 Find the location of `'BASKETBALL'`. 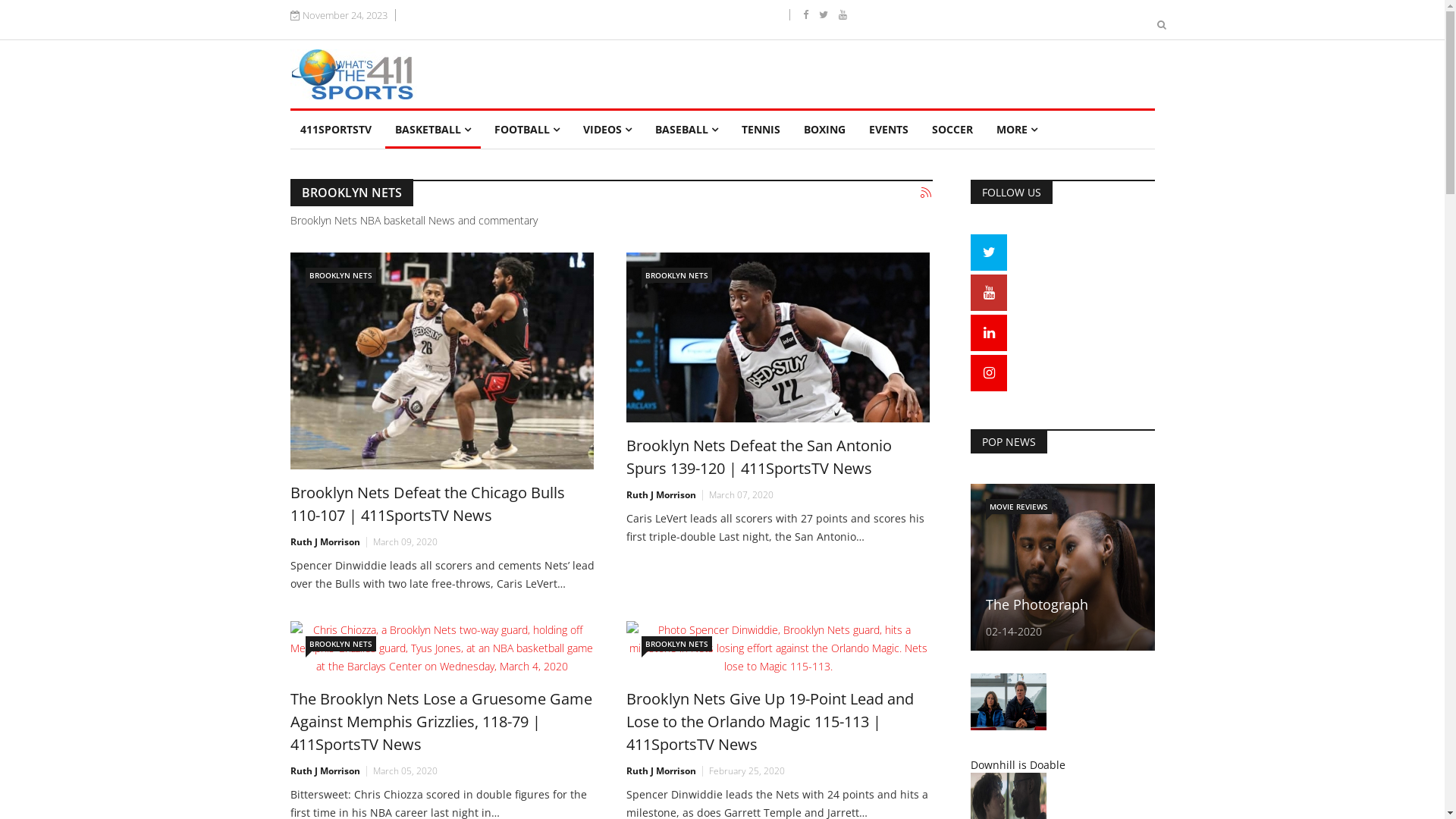

'BASKETBALL' is located at coordinates (432, 128).